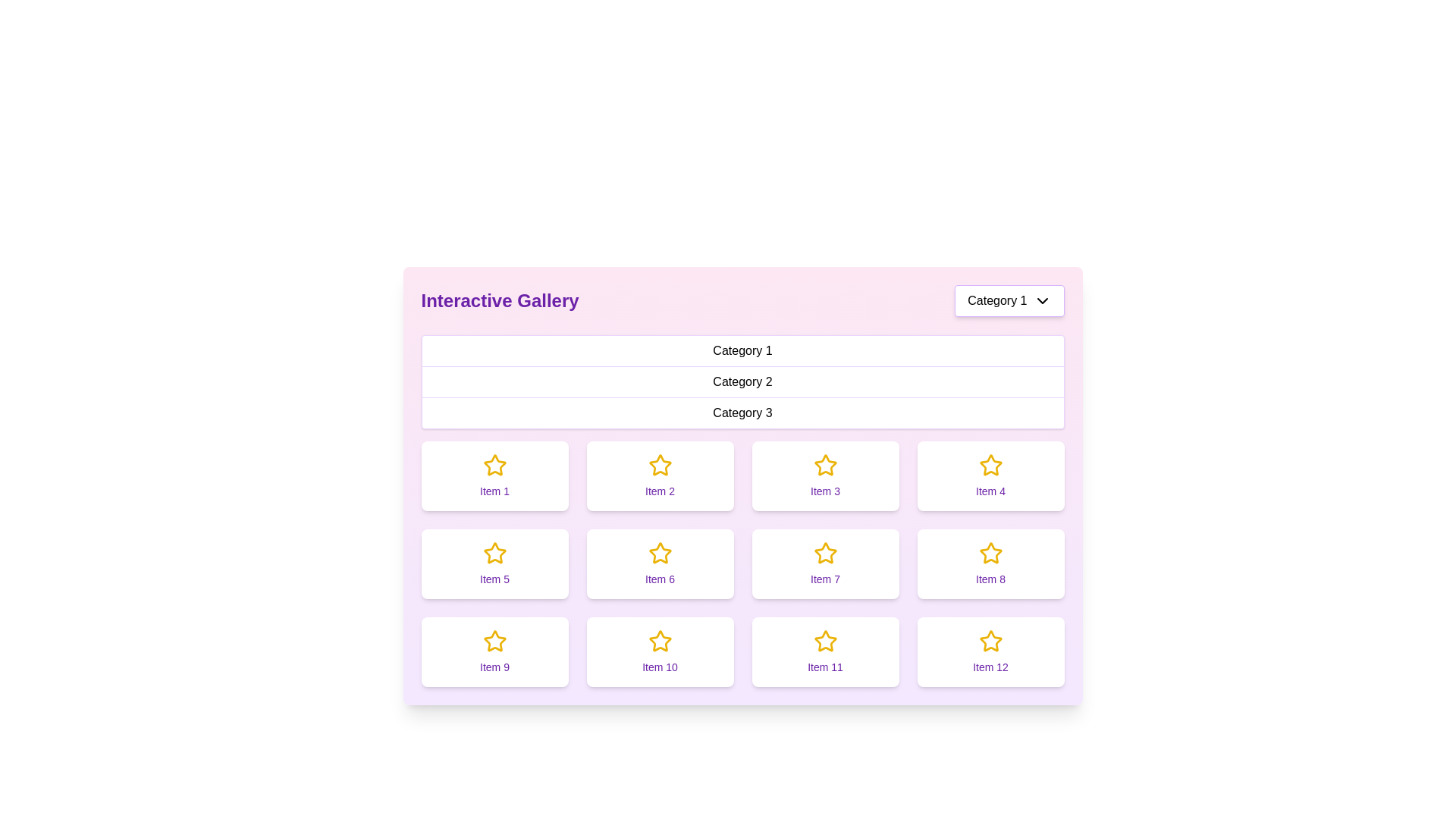  I want to click on the yellow outlined star icon labeled 'Item 2', so click(659, 464).